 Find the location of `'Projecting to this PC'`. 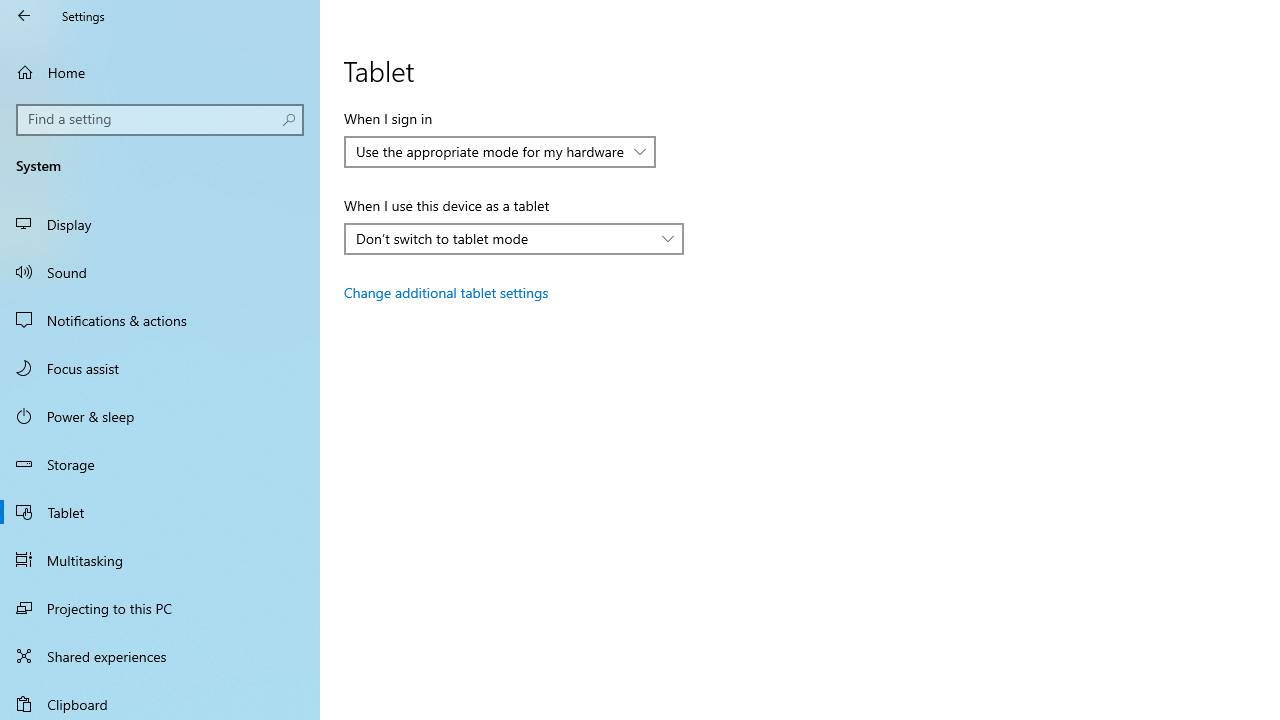

'Projecting to this PC' is located at coordinates (160, 607).